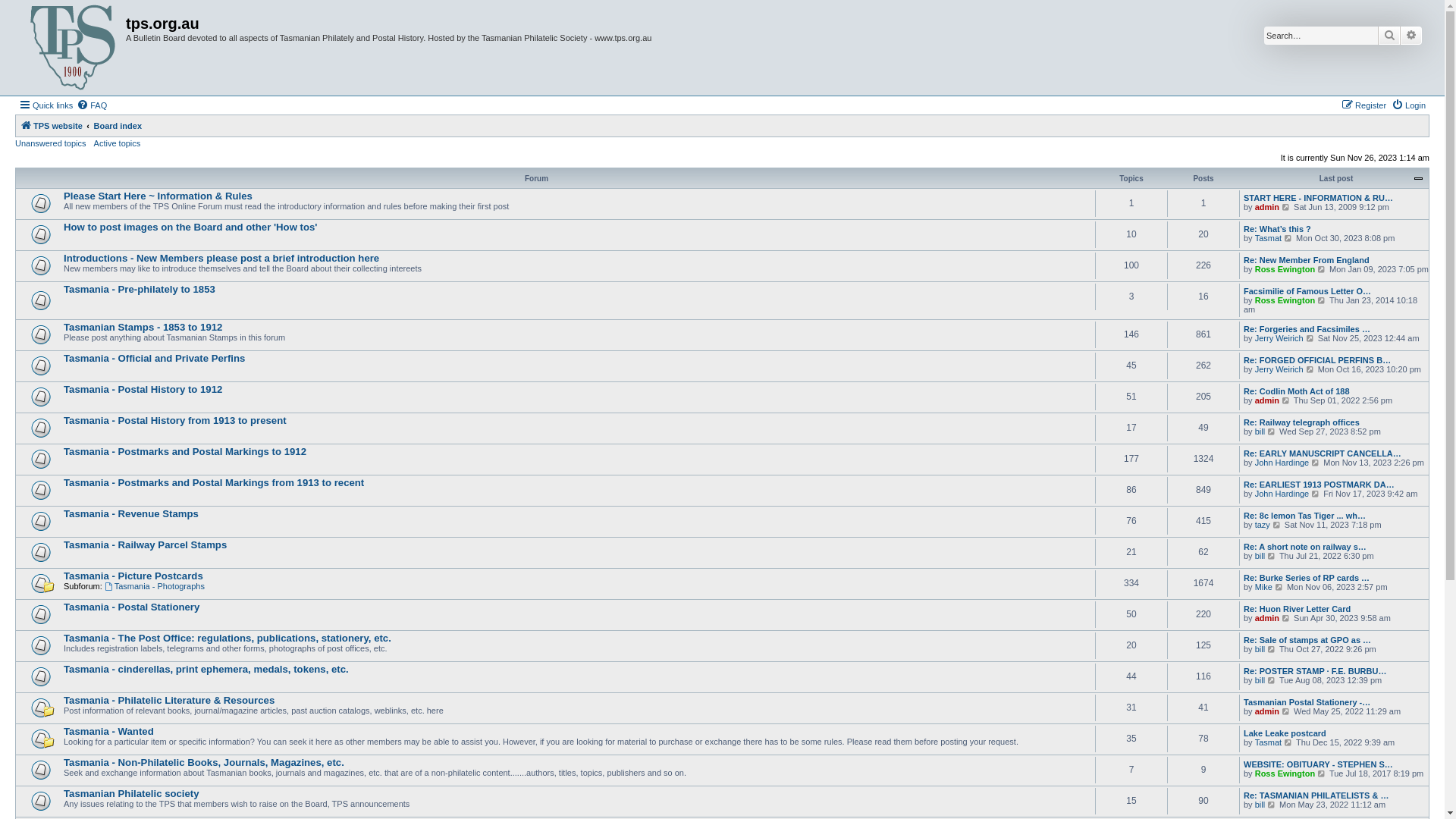 Image resolution: width=1456 pixels, height=819 pixels. What do you see at coordinates (1263, 523) in the screenshot?
I see `'tazy'` at bounding box center [1263, 523].